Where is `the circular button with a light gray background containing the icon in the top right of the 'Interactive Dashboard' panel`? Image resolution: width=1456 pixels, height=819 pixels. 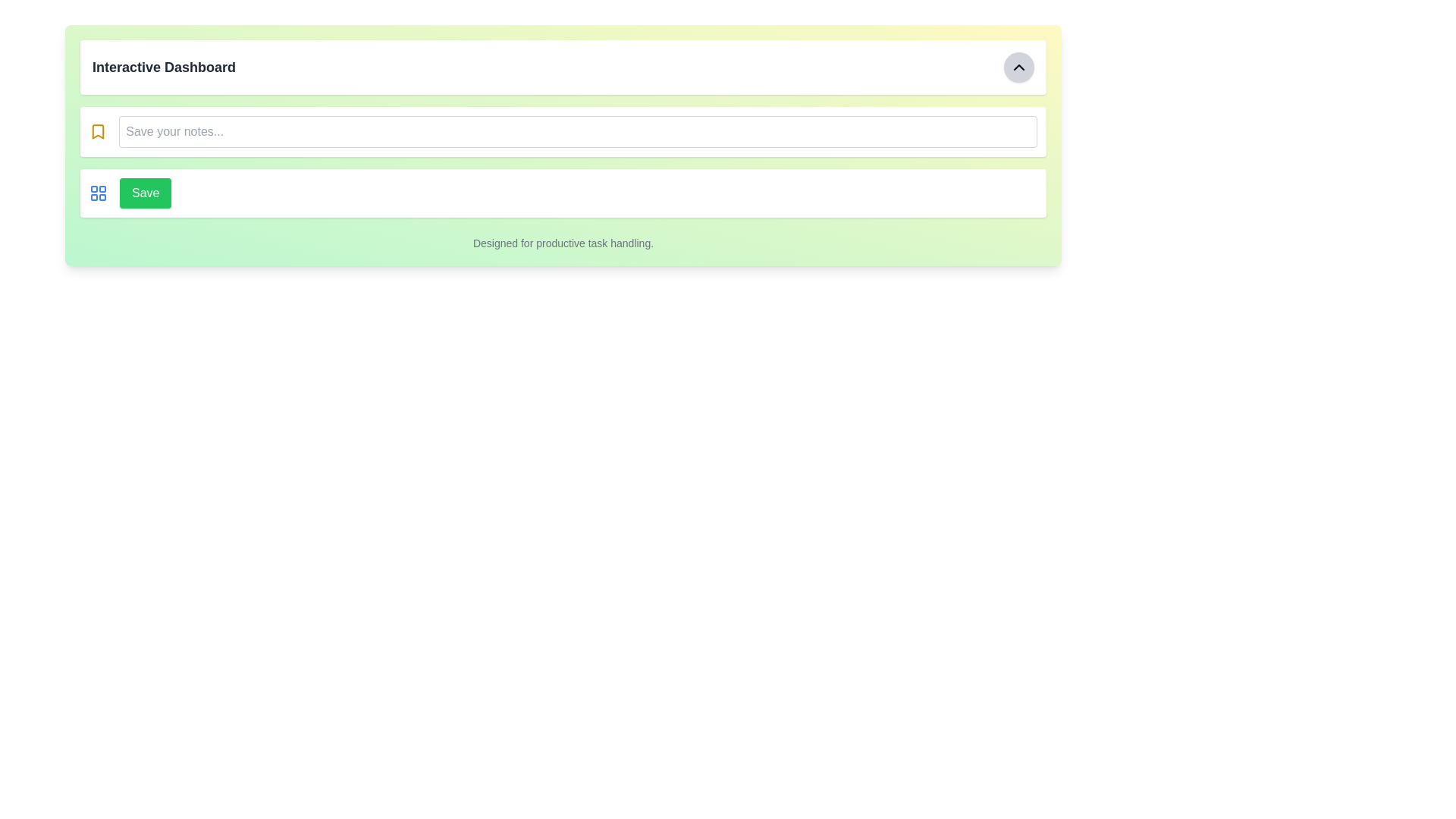
the circular button with a light gray background containing the icon in the top right of the 'Interactive Dashboard' panel is located at coordinates (1019, 66).